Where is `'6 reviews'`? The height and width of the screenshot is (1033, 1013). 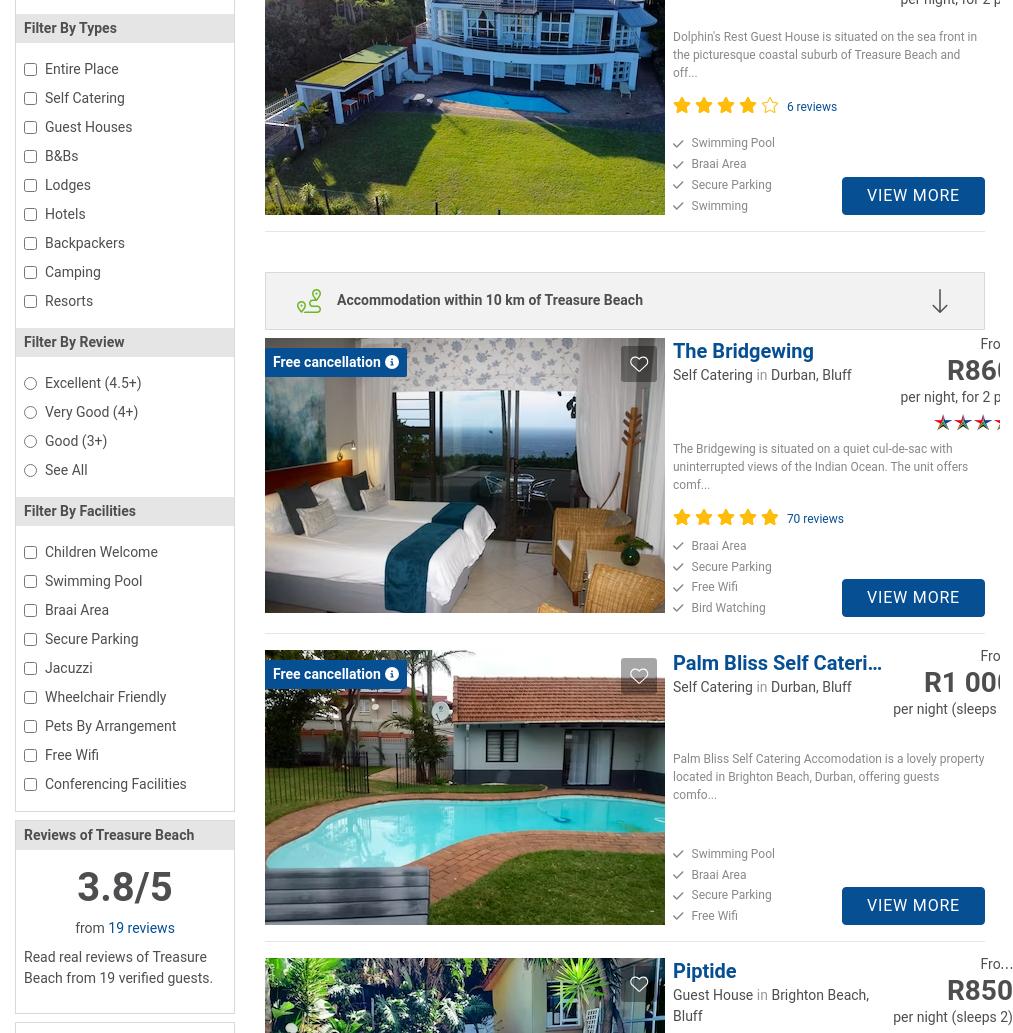 '6 reviews' is located at coordinates (785, 105).